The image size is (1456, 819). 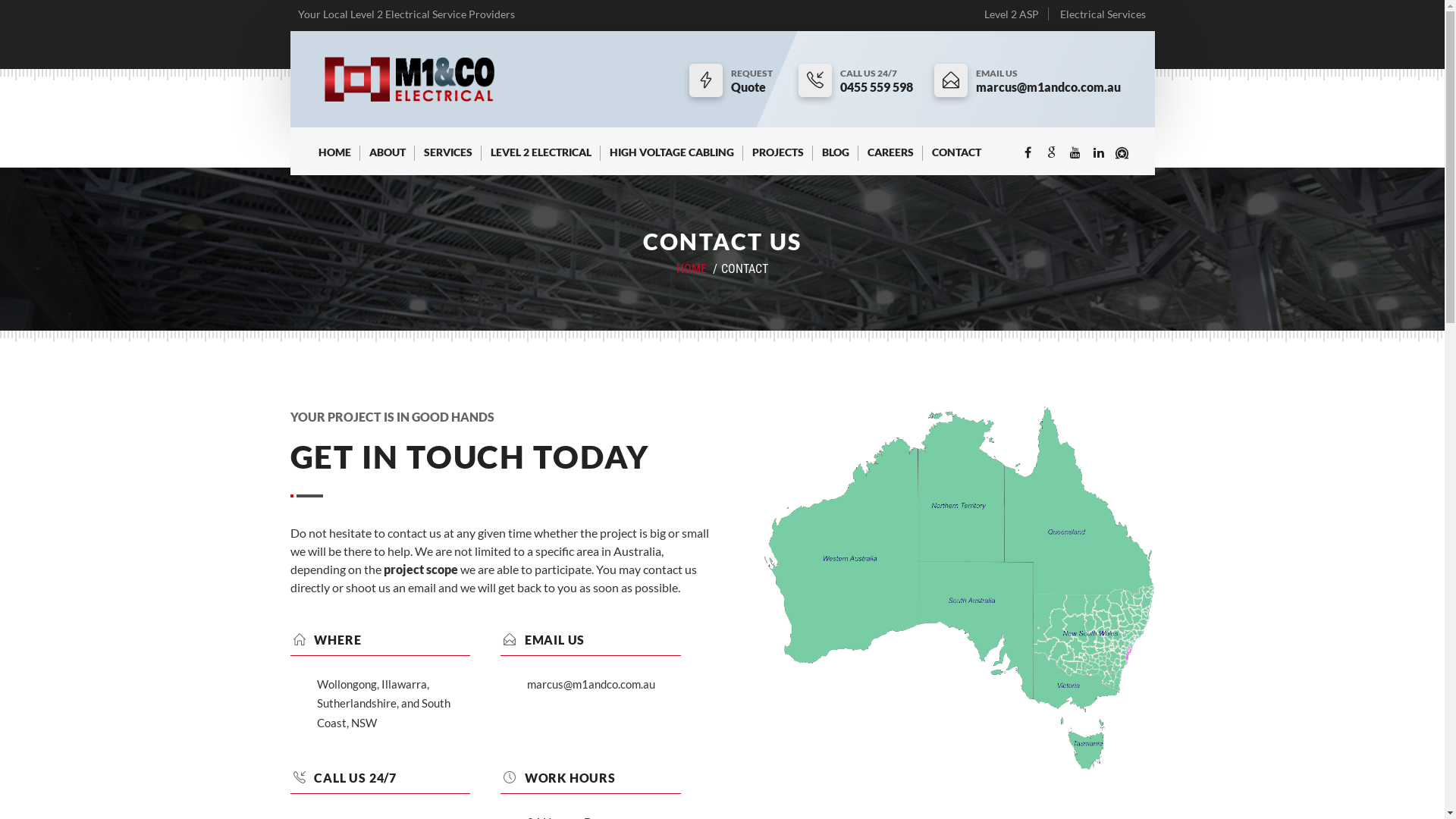 I want to click on 'SERVICES', so click(x=447, y=158).